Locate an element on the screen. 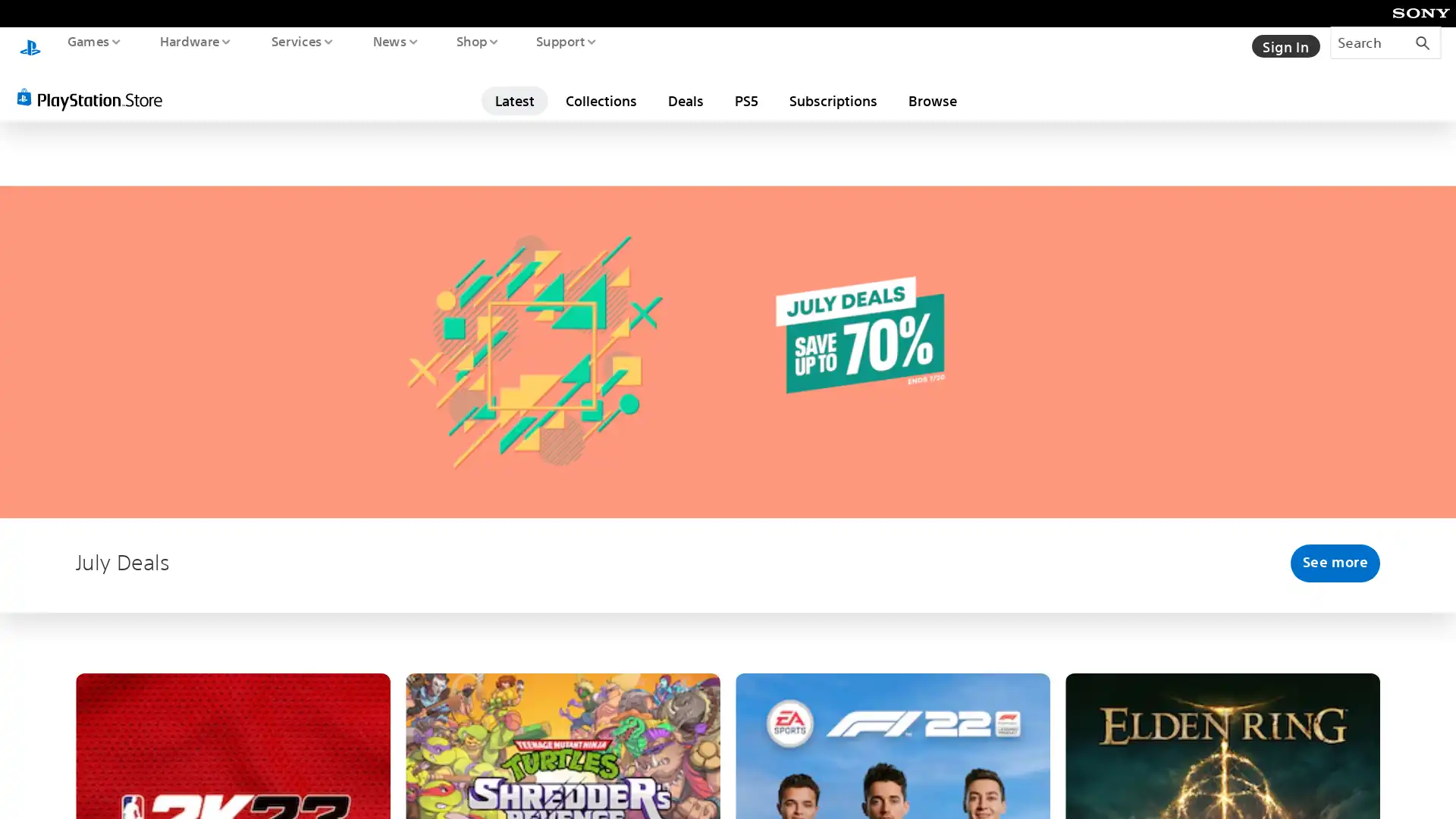  Search is located at coordinates (1385, 42).